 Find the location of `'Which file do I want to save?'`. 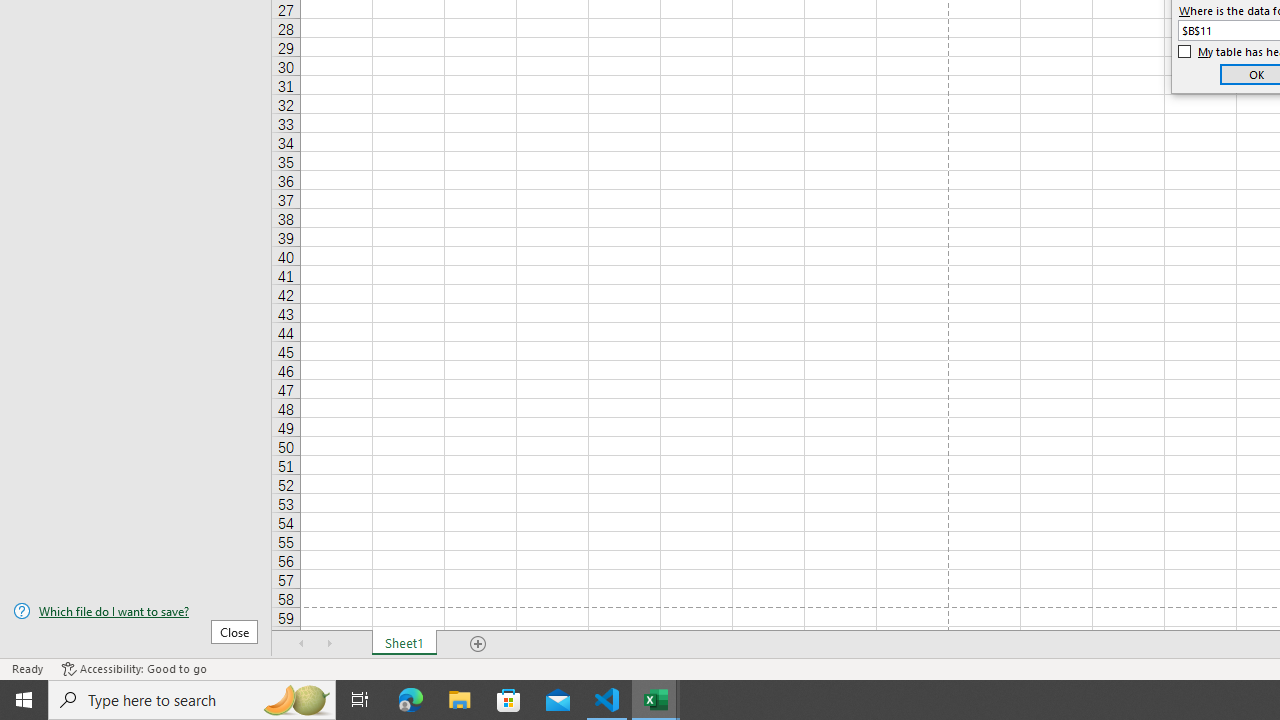

'Which file do I want to save?' is located at coordinates (135, 610).